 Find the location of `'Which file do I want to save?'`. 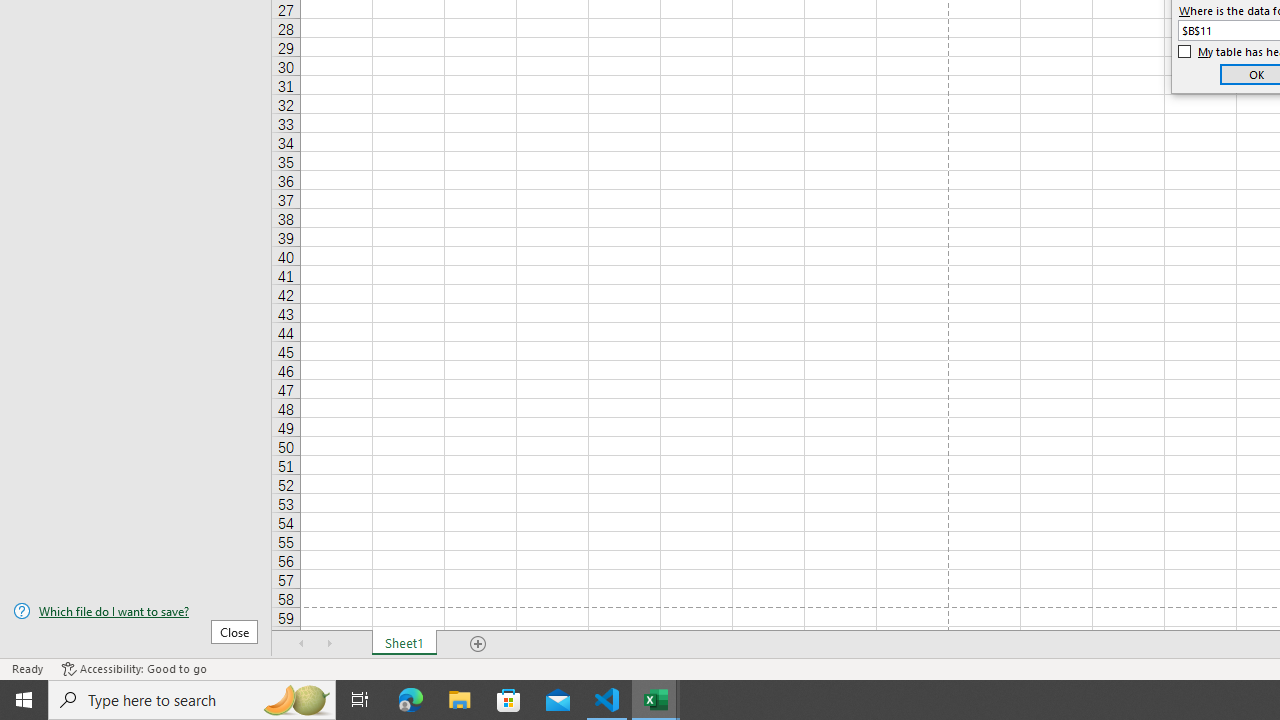

'Which file do I want to save?' is located at coordinates (135, 610).